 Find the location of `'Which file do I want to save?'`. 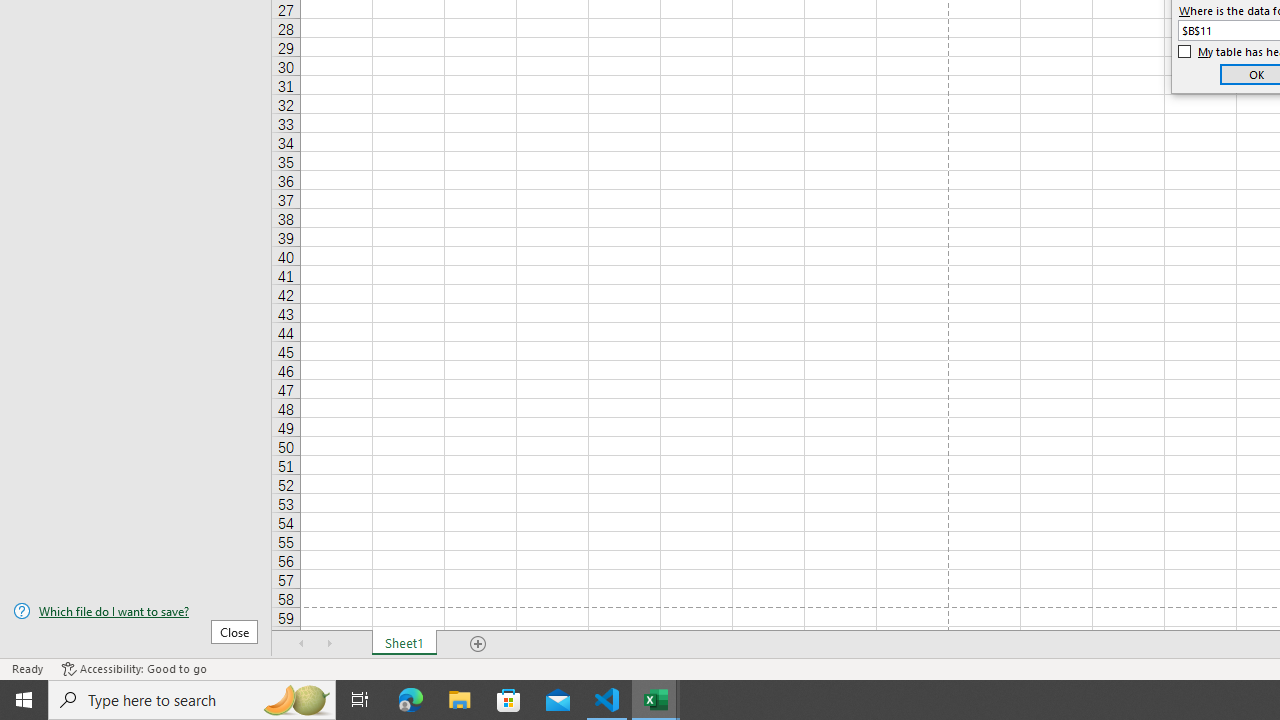

'Which file do I want to save?' is located at coordinates (135, 610).